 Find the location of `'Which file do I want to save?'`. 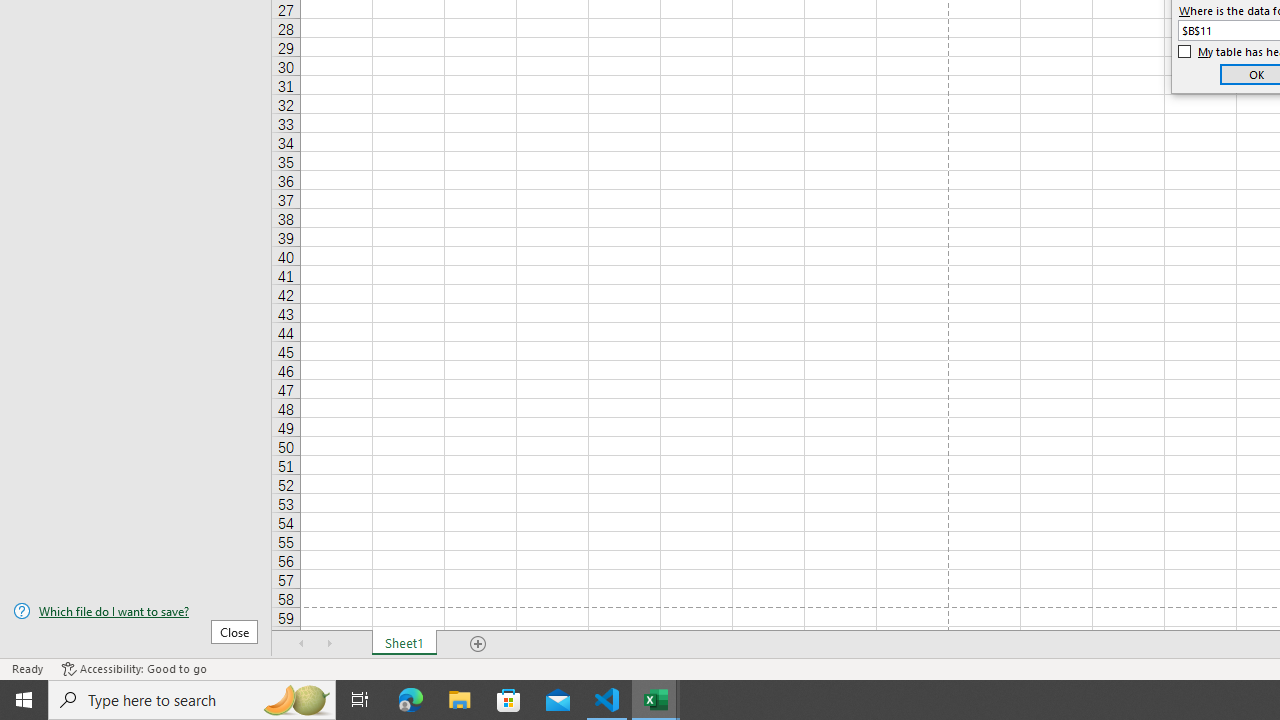

'Which file do I want to save?' is located at coordinates (135, 610).